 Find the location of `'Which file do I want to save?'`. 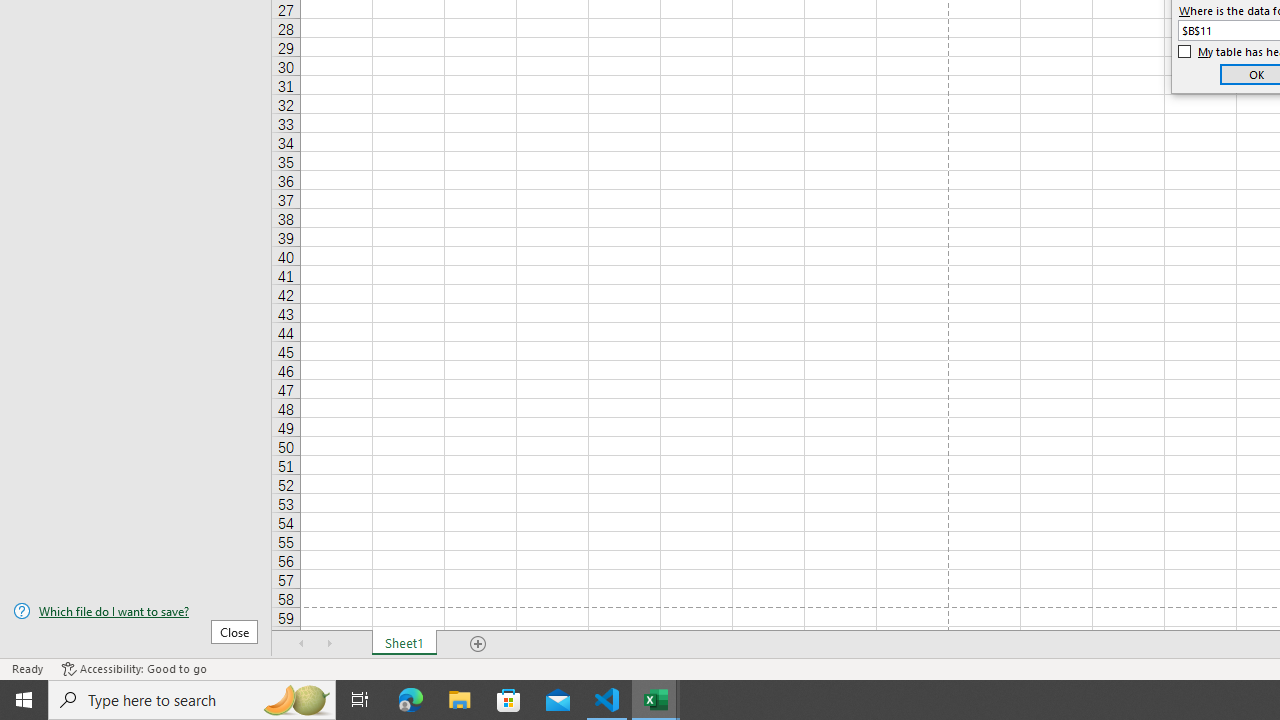

'Which file do I want to save?' is located at coordinates (135, 610).